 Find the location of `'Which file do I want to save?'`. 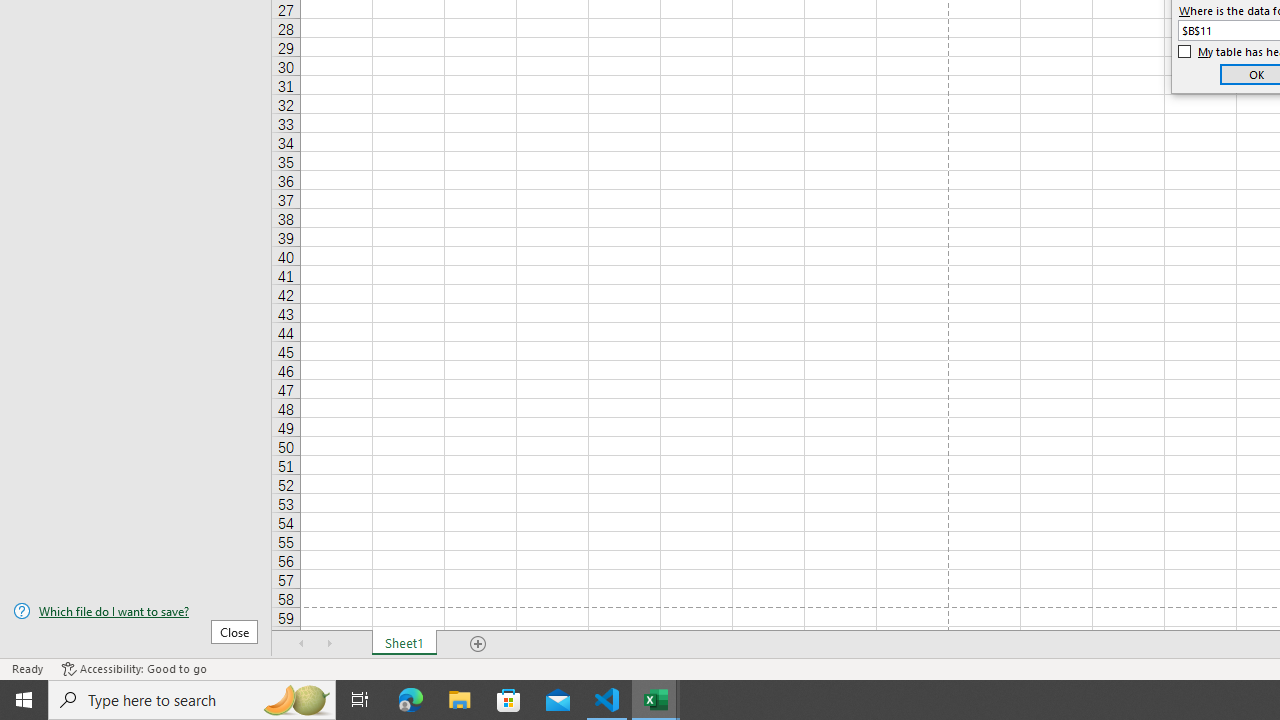

'Which file do I want to save?' is located at coordinates (135, 610).